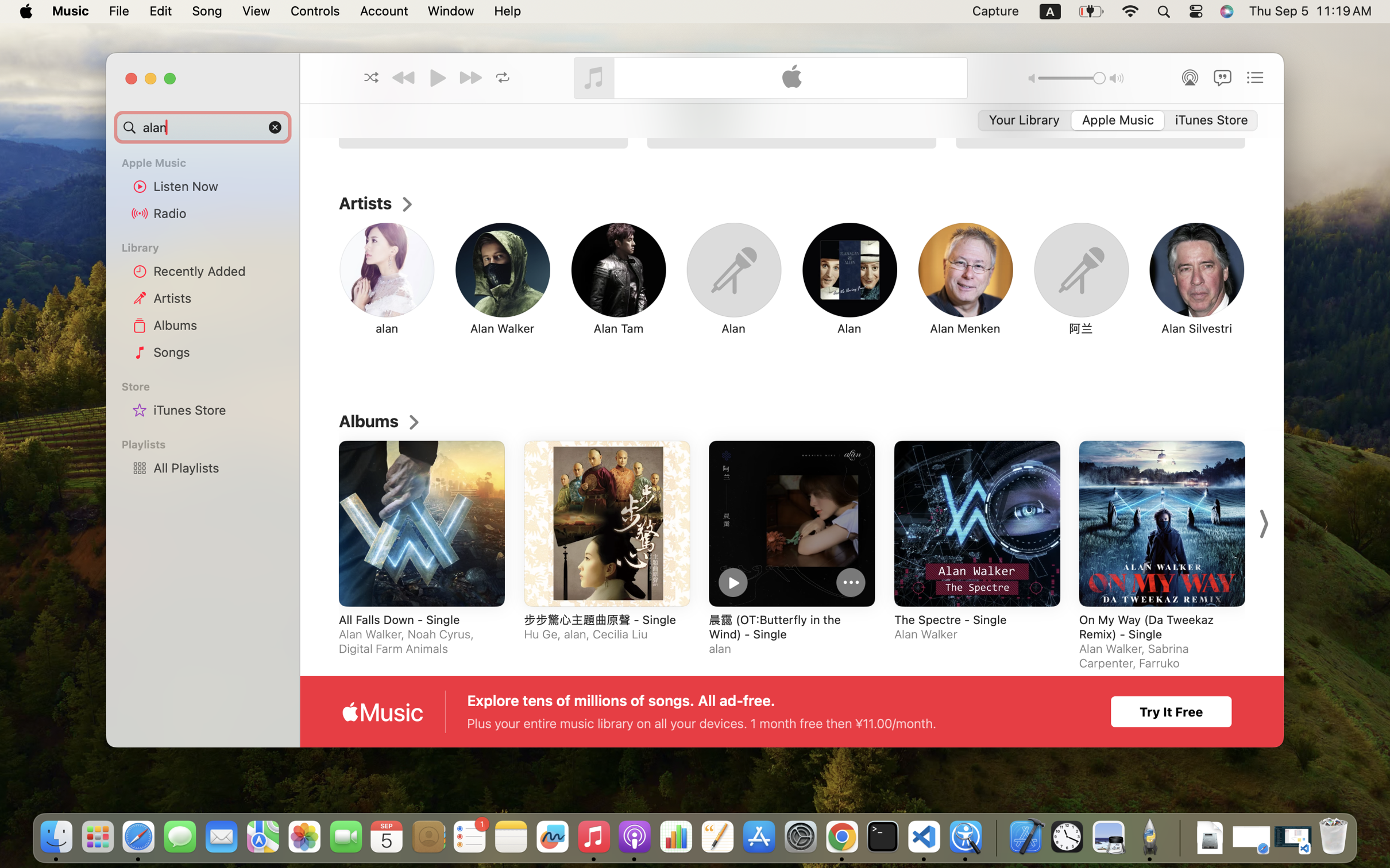  What do you see at coordinates (218, 351) in the screenshot?
I see `'Songs'` at bounding box center [218, 351].